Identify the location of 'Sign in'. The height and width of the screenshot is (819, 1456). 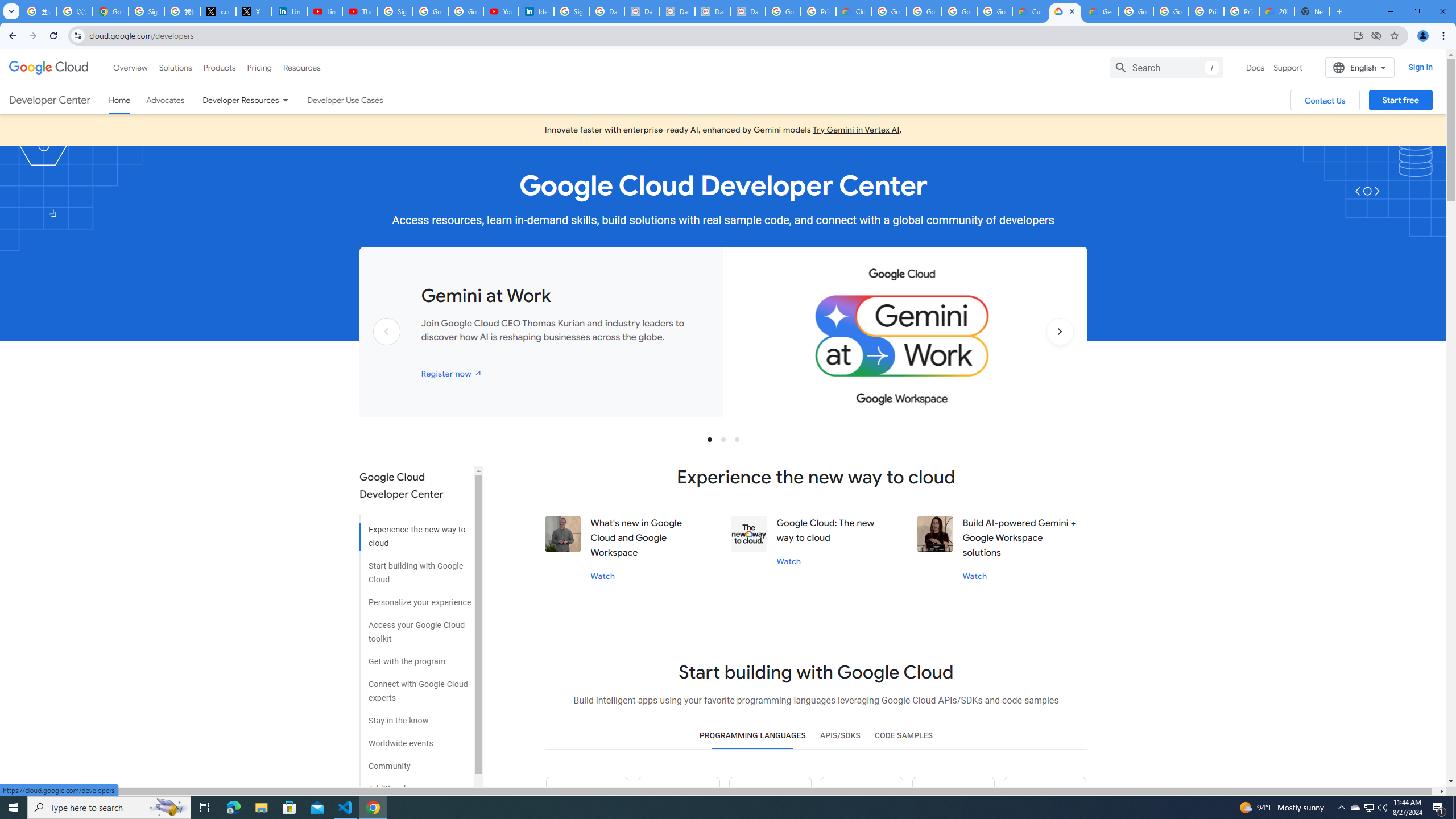
(1420, 67).